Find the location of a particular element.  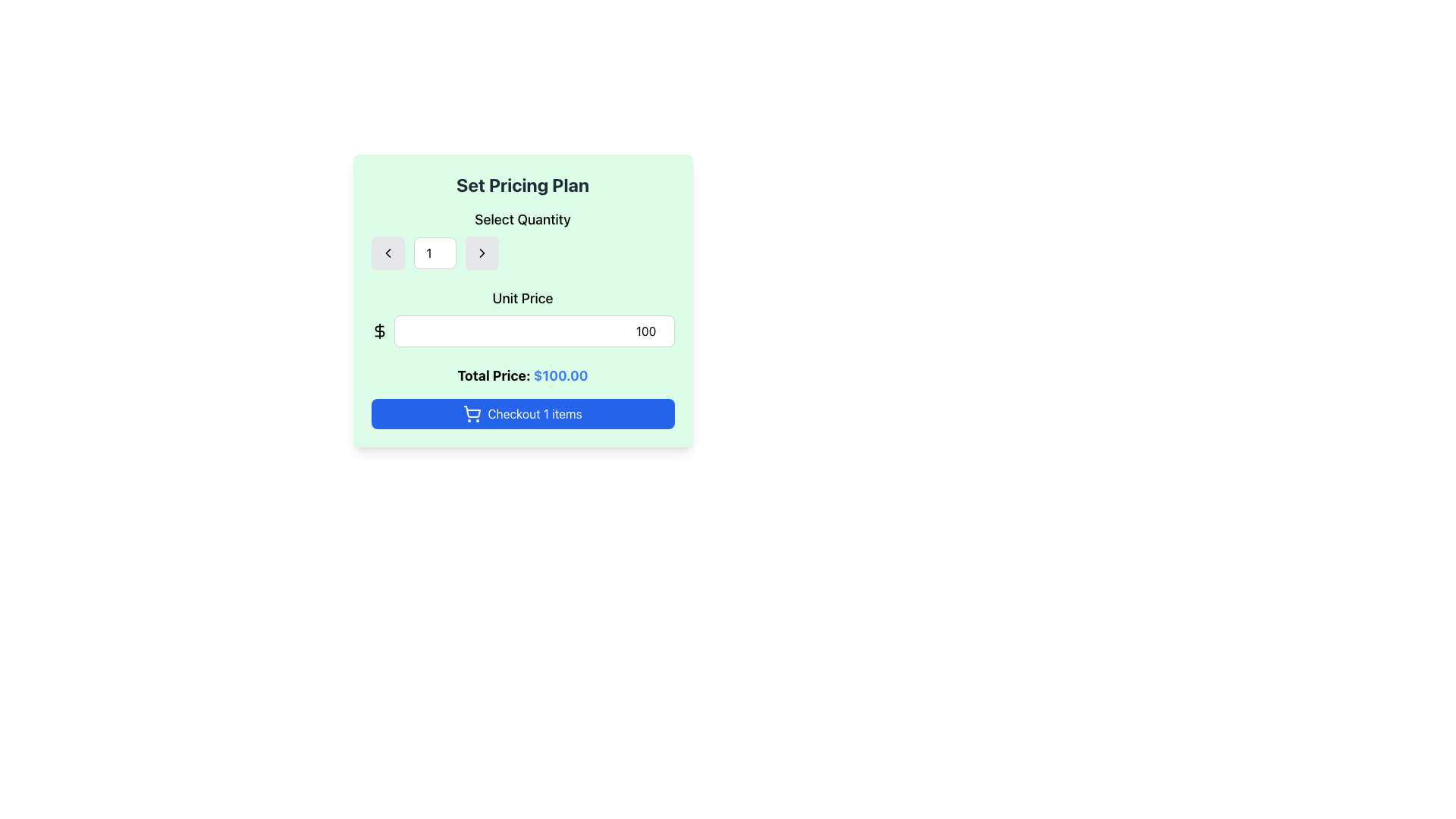

the right-pointing arrow button with a light gray background to increment the value is located at coordinates (481, 253).